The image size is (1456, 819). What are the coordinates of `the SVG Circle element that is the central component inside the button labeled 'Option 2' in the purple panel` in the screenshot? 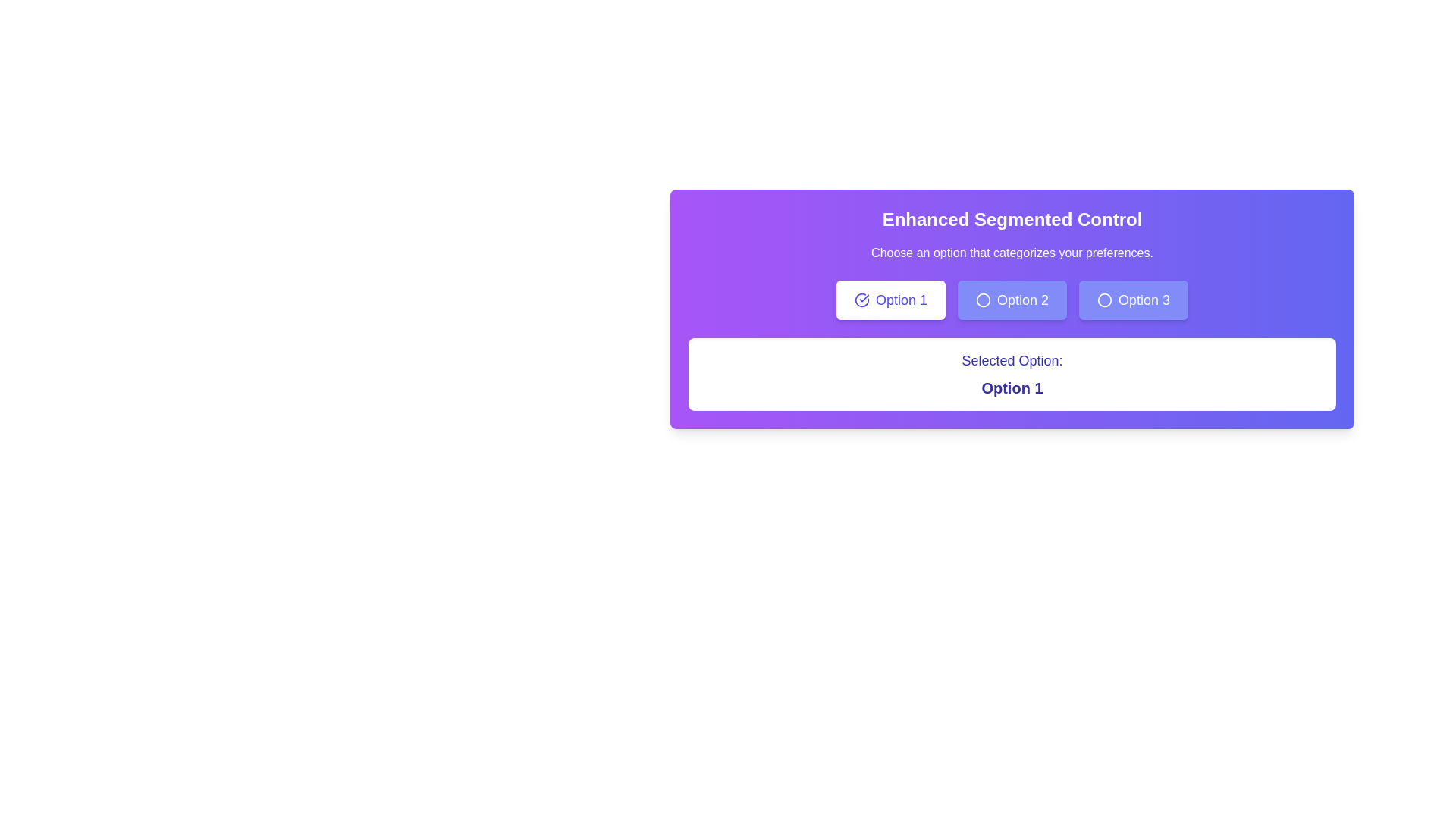 It's located at (983, 300).